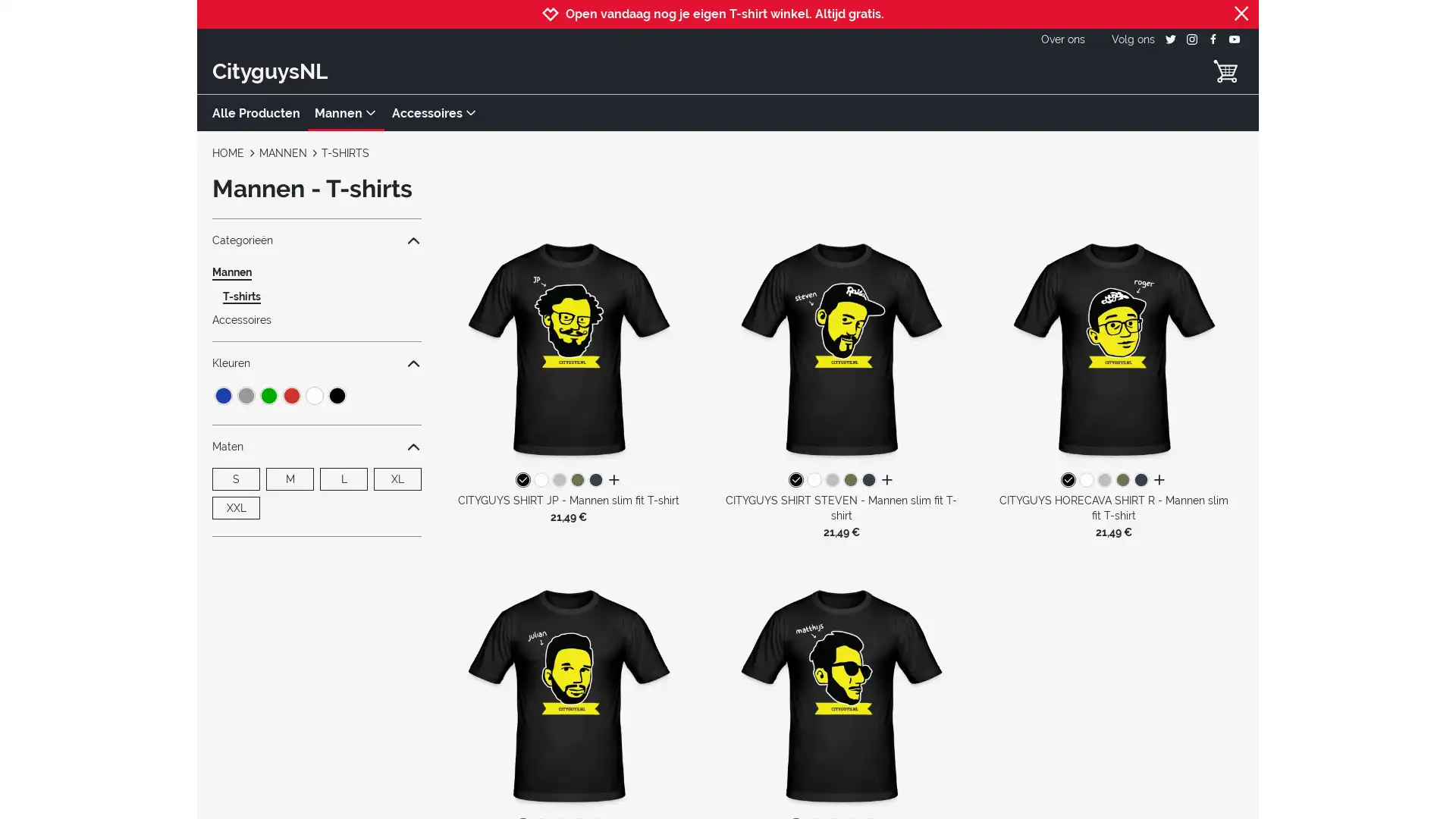  What do you see at coordinates (315, 239) in the screenshot?
I see `Categorieen` at bounding box center [315, 239].